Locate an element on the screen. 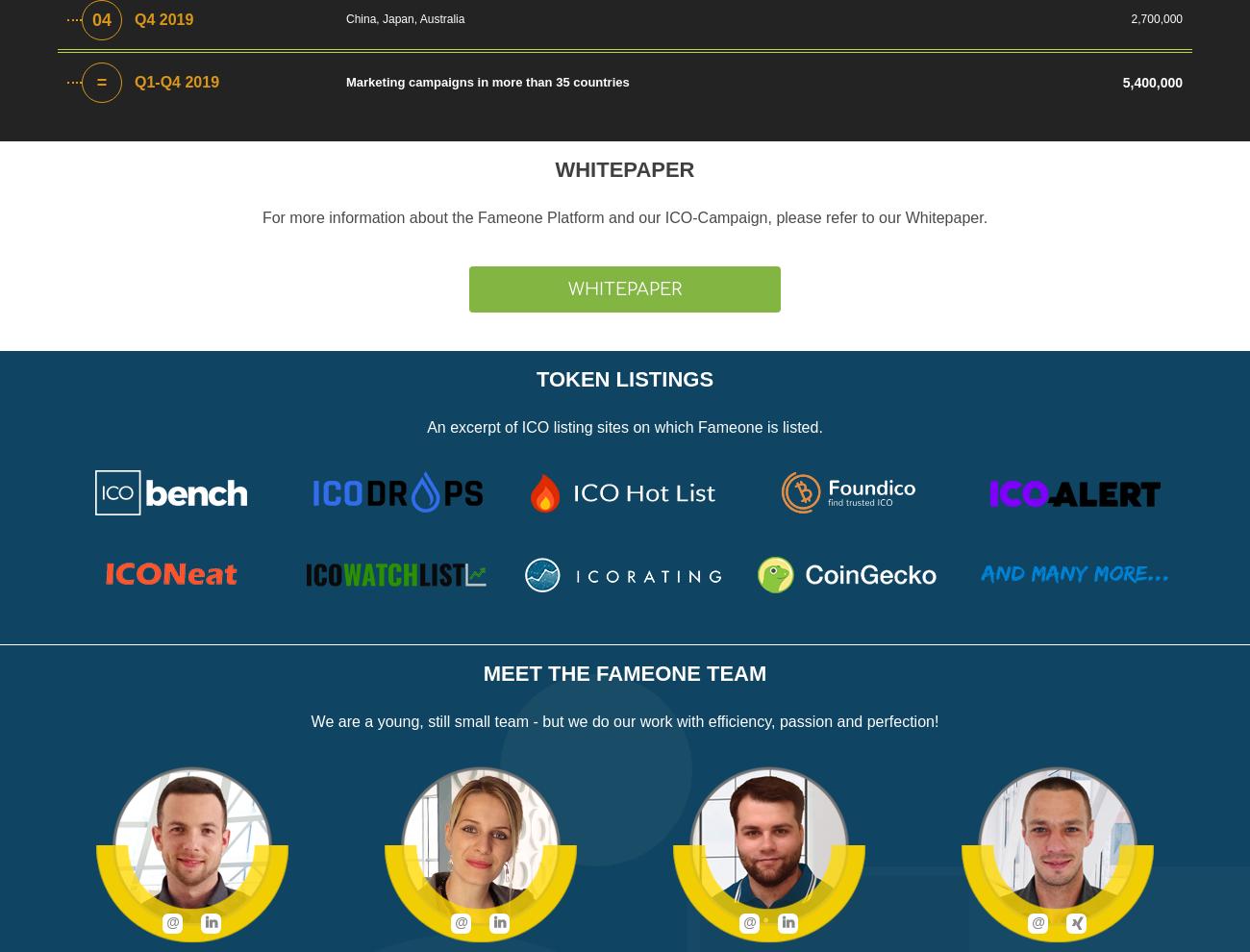 This screenshot has width=1250, height=952. 'Marketing campaigns in more than 35 countries' is located at coordinates (344, 82).